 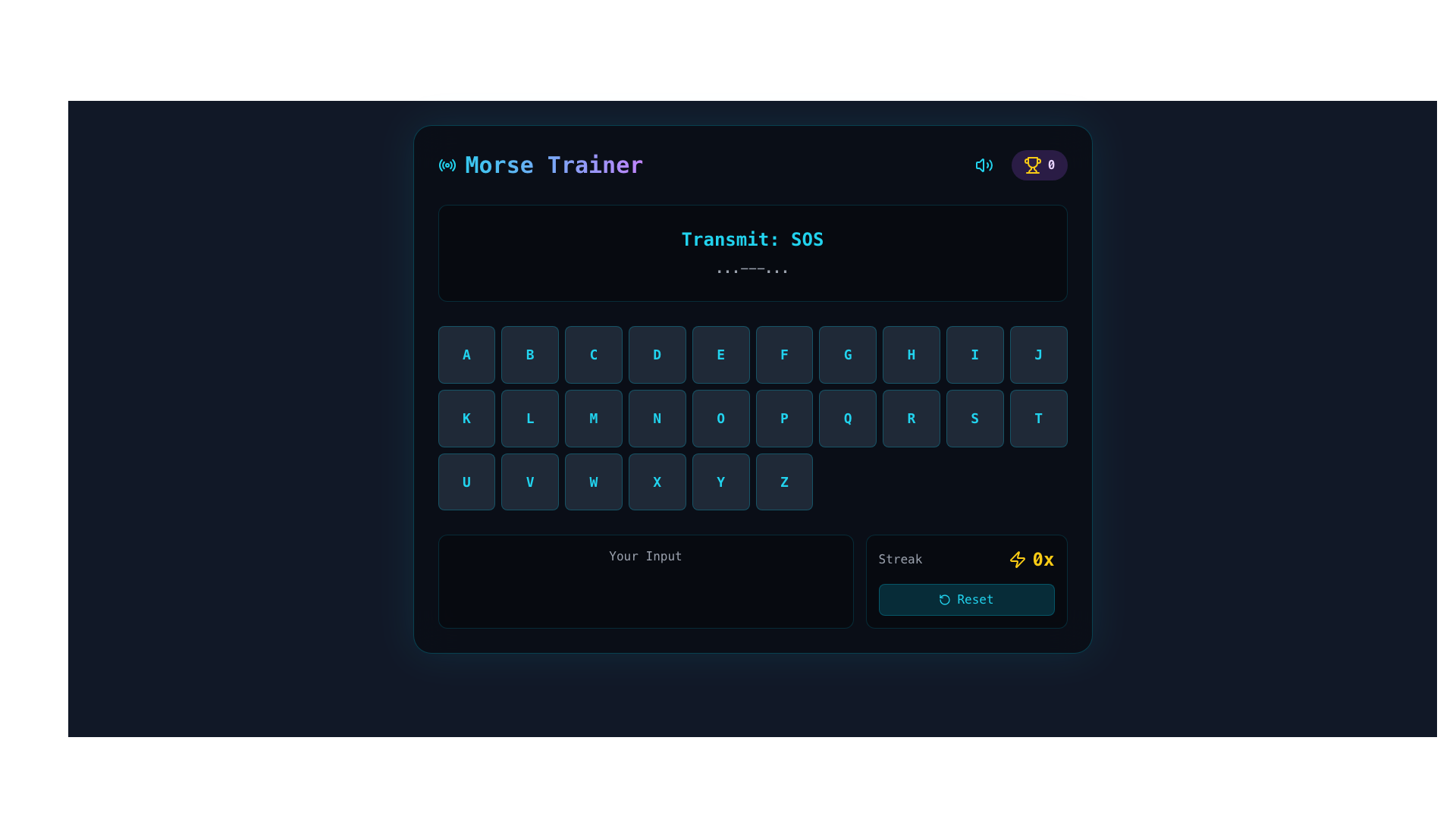 I want to click on the dark rectangular Text display panel featuring the text 'Transmit: SOS' styled in bold cyan font and '...---...' in lighter gray font, located centrally below the header 'Morse Trainer', so click(x=752, y=253).